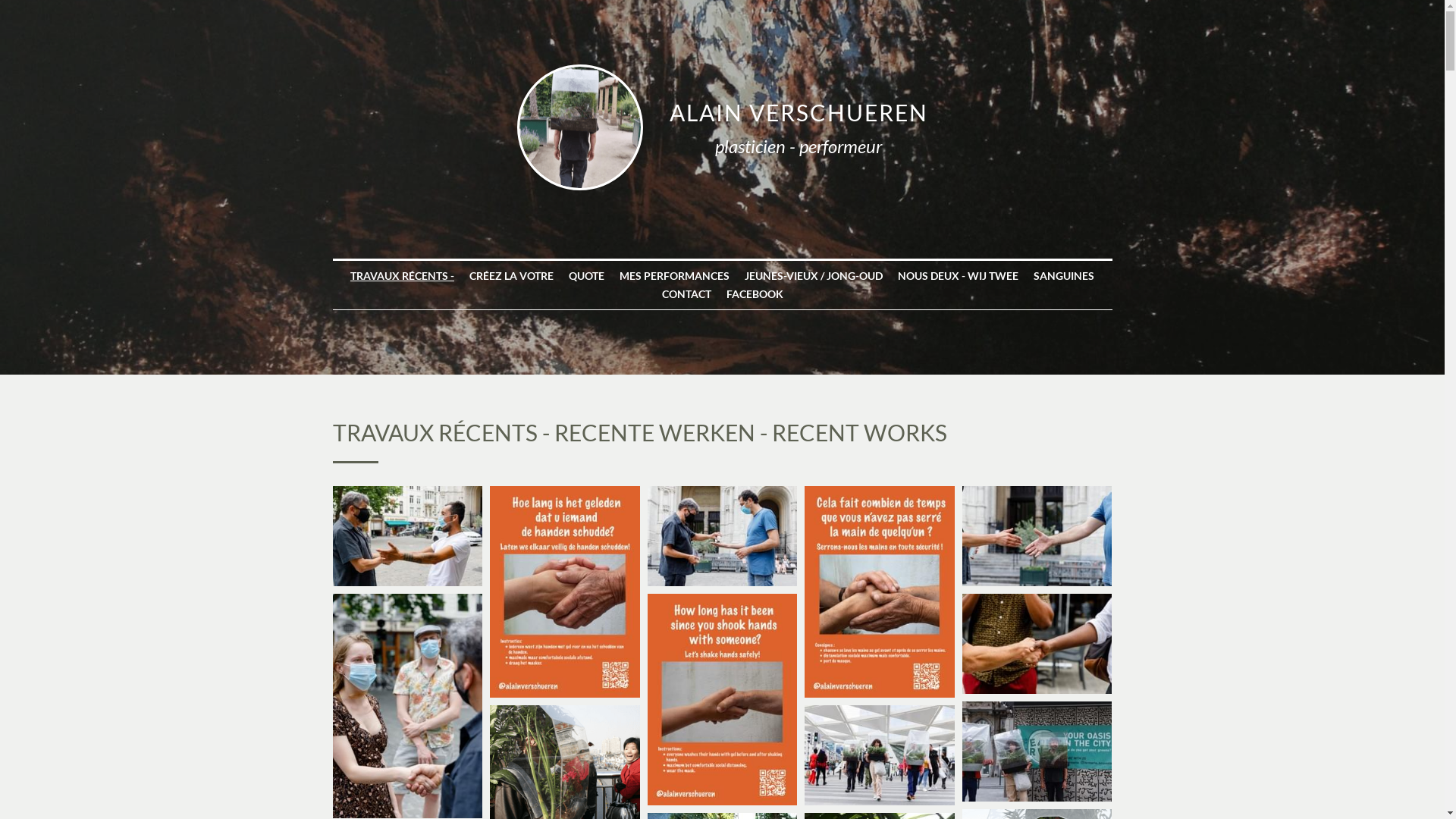 The height and width of the screenshot is (819, 1456). Describe the element at coordinates (898, 275) in the screenshot. I see `'NOUS DEUX - WIJ TWEE'` at that location.